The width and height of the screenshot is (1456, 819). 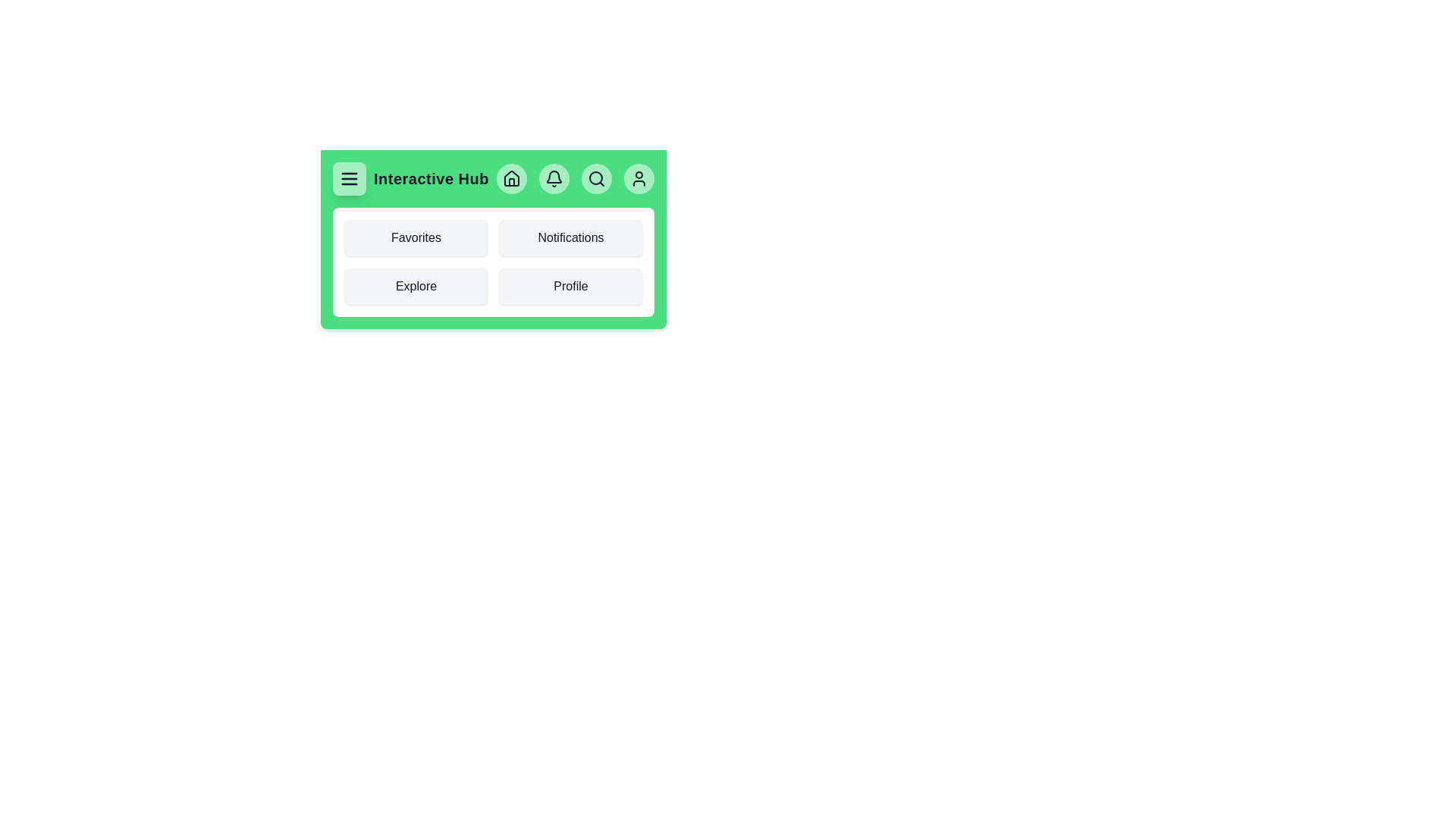 I want to click on the Explore navigation button, so click(x=416, y=287).